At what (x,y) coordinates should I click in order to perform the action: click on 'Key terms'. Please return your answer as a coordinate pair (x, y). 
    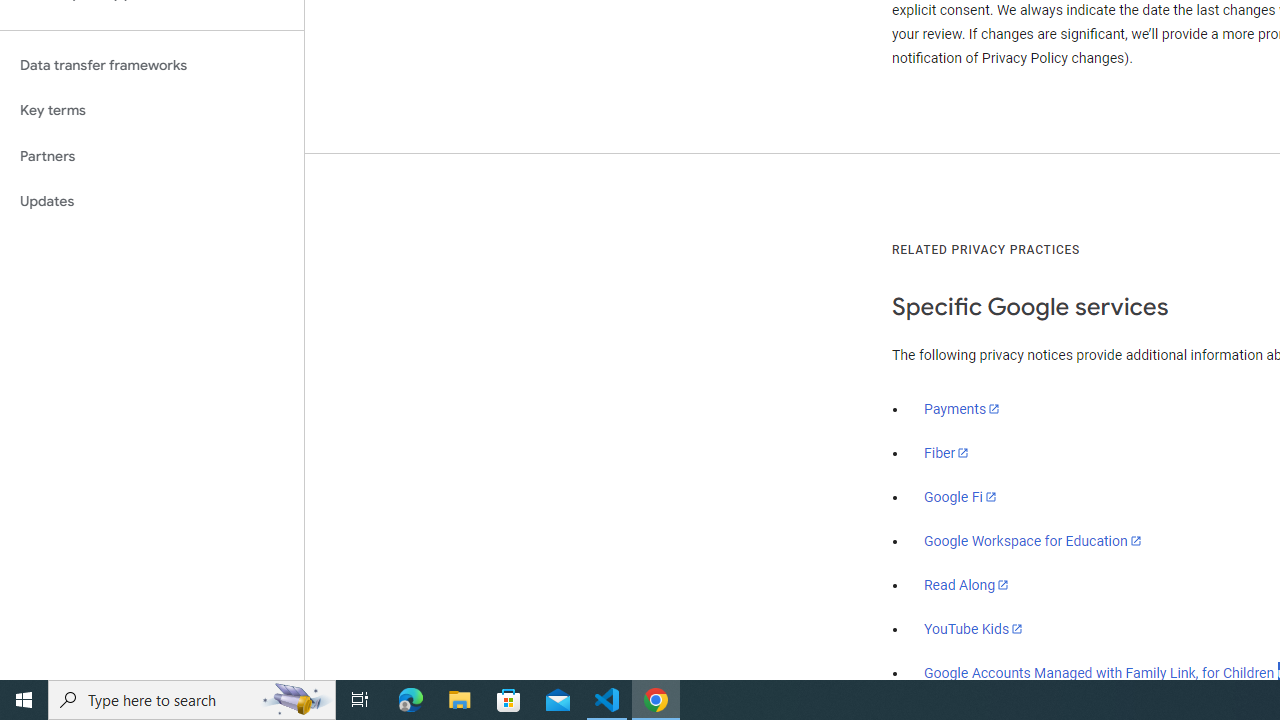
    Looking at the image, I should click on (151, 110).